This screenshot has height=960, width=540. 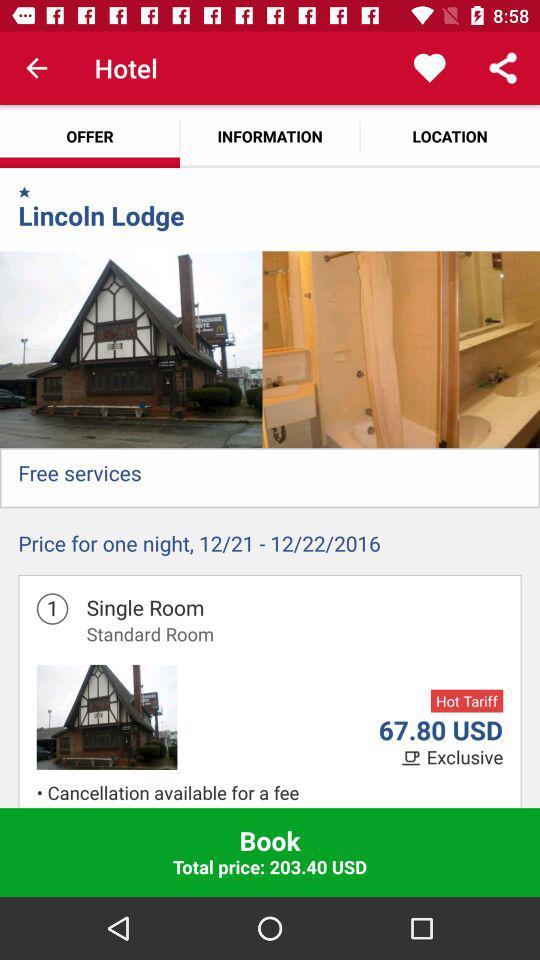 I want to click on the item above the free services, so click(x=131, y=349).